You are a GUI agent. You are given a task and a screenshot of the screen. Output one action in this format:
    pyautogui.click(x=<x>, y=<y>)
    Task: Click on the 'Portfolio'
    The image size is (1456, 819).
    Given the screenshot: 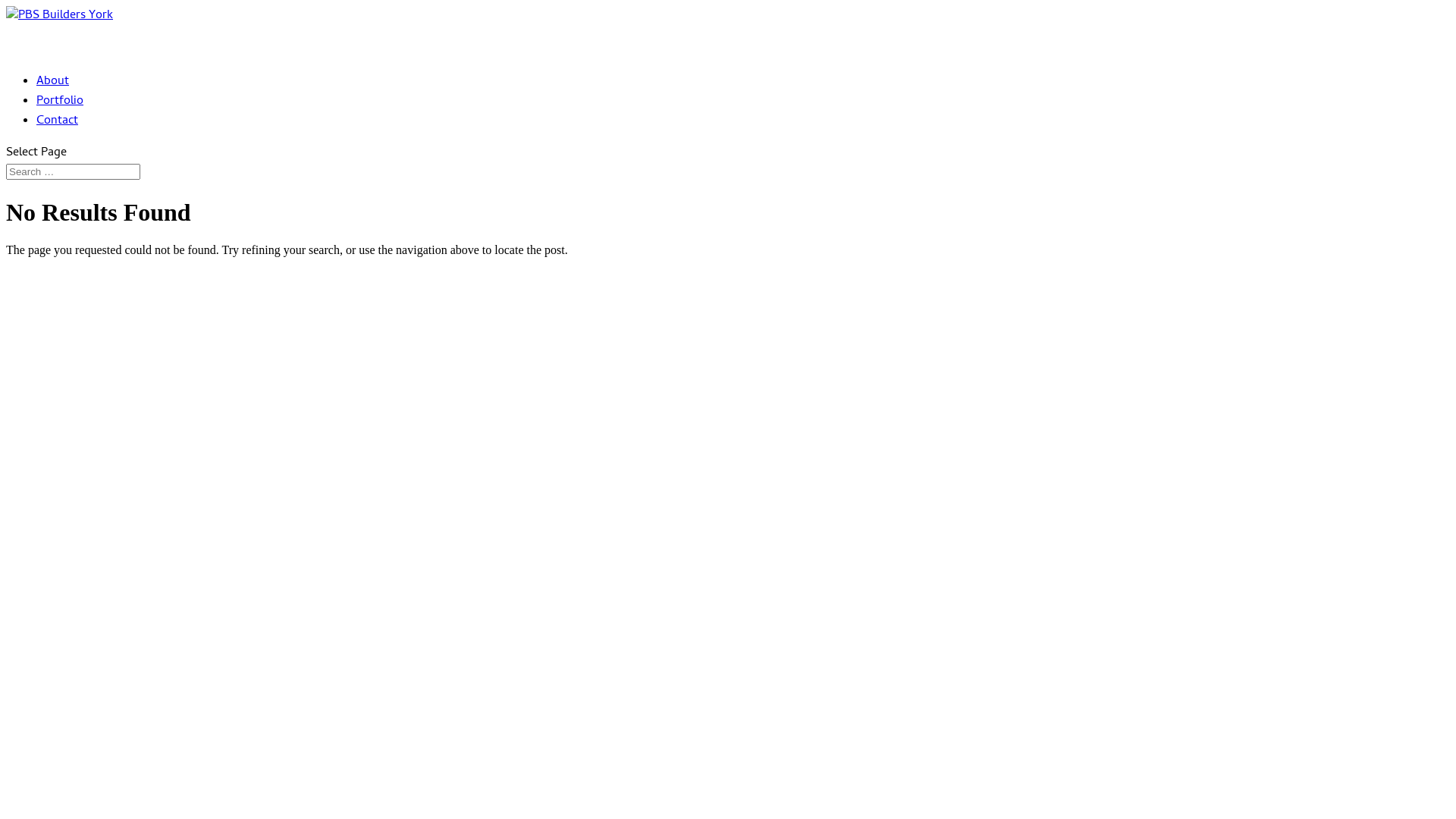 What is the action you would take?
    pyautogui.click(x=59, y=118)
    